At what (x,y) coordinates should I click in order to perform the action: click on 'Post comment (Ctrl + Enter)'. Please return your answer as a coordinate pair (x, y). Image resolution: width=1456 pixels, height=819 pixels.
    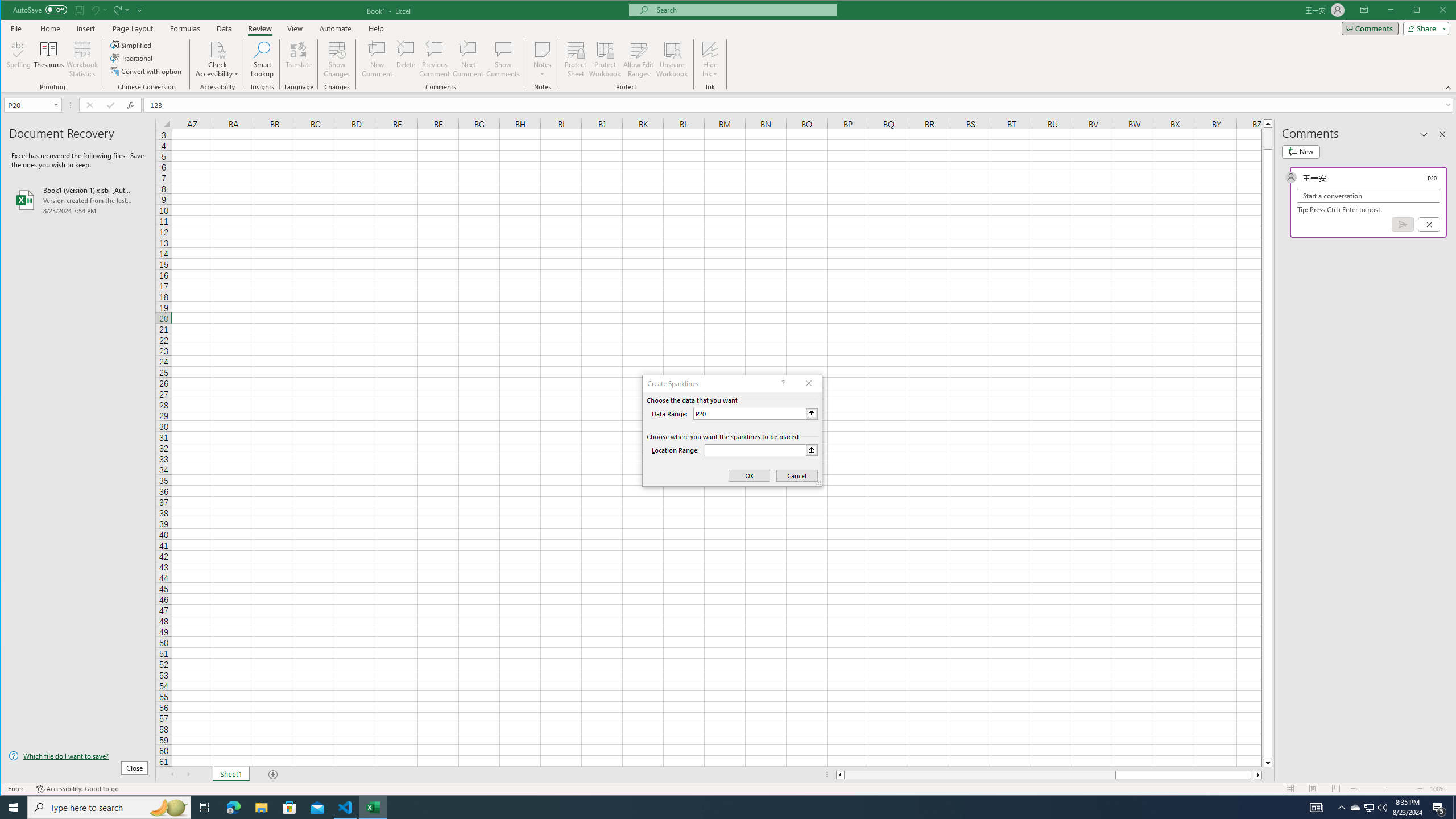
    Looking at the image, I should click on (1403, 224).